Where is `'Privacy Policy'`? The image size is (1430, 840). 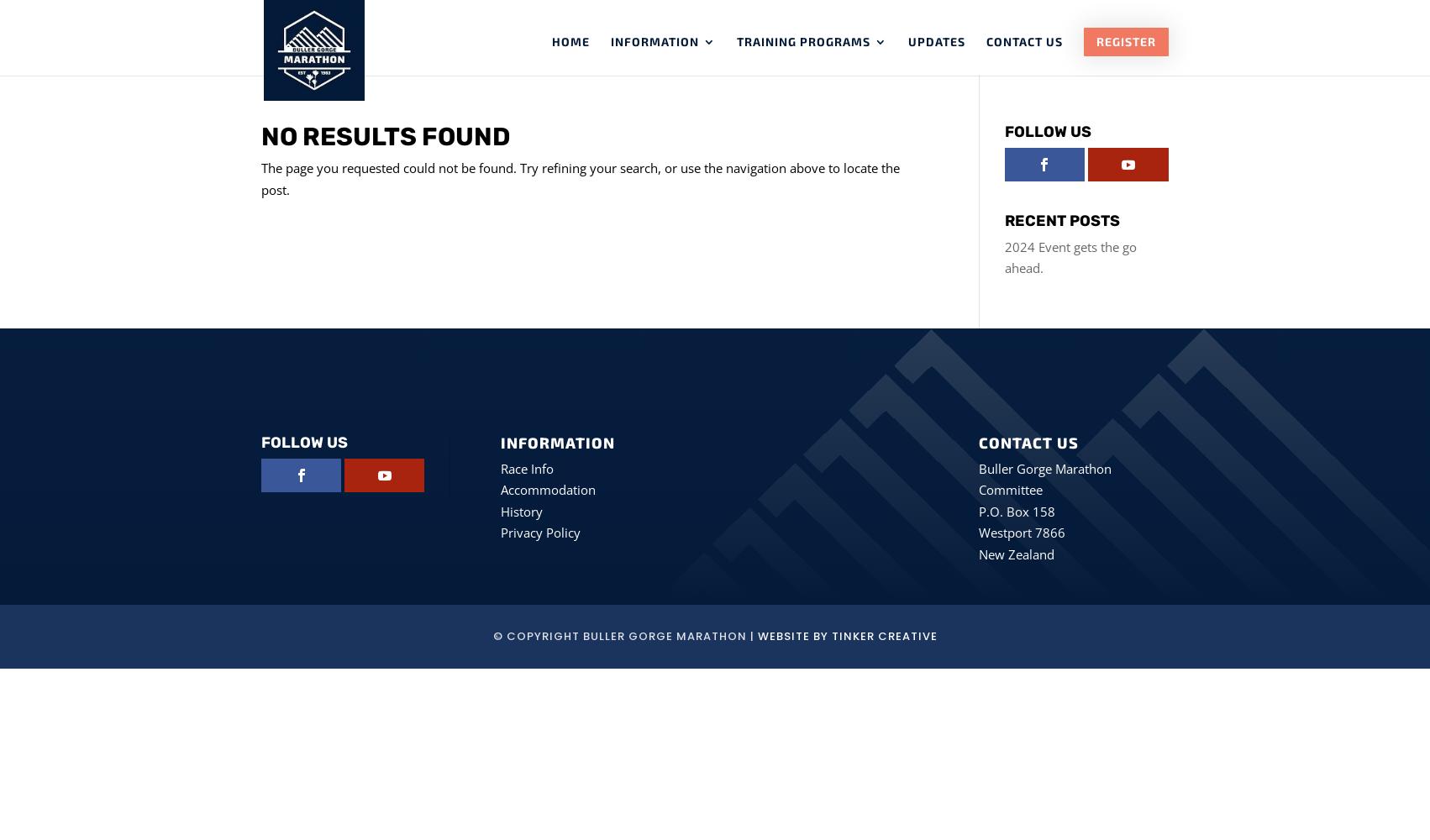
'Privacy Policy' is located at coordinates (539, 533).